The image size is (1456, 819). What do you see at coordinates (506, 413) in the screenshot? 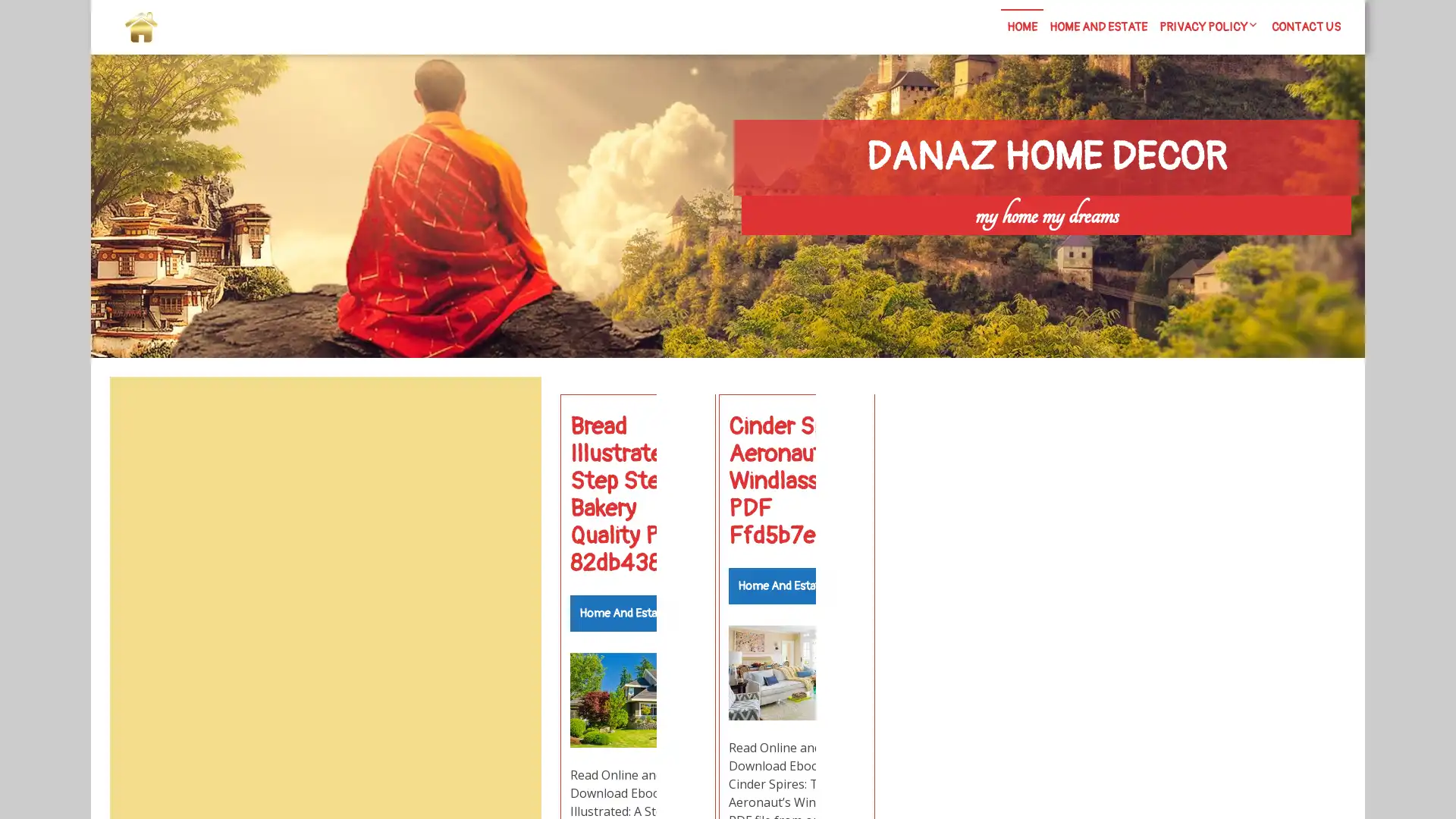
I see `Search` at bounding box center [506, 413].